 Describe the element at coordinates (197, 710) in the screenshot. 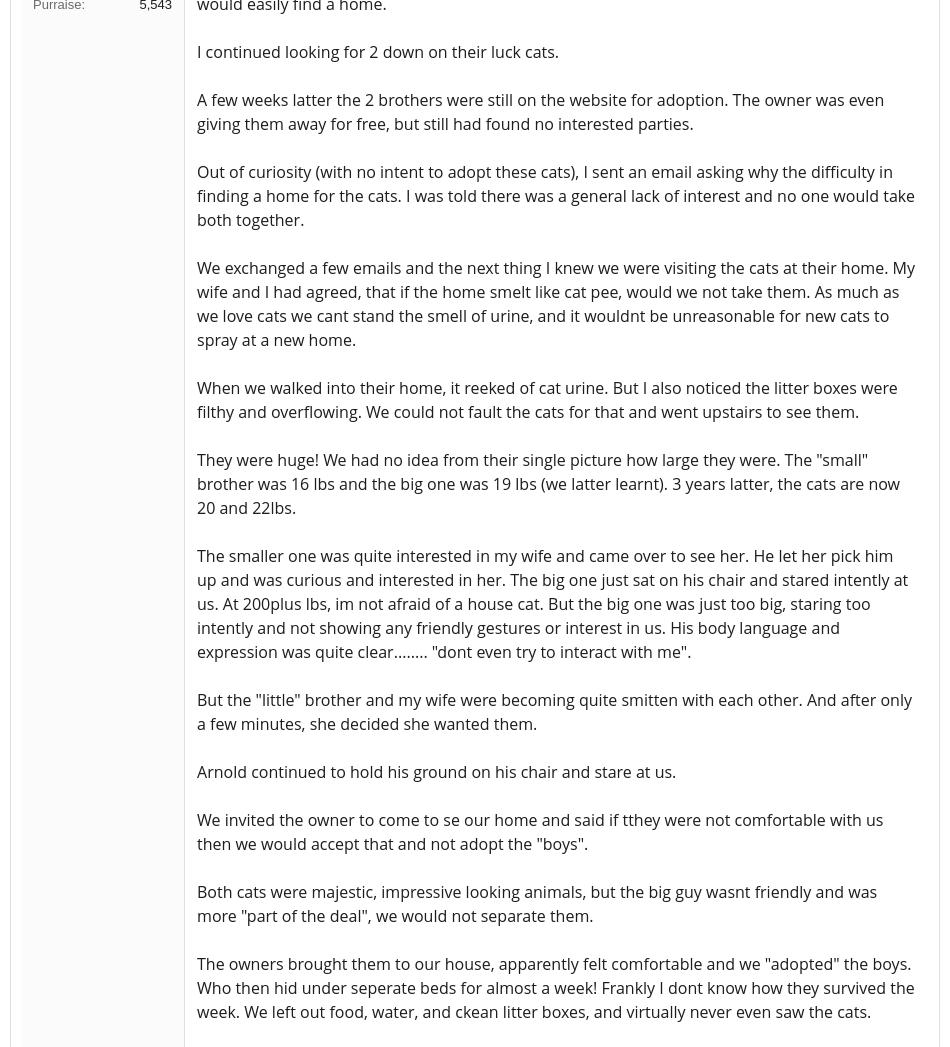

I see `'But the "little" brother and my wife were becoming quite smitten with each other. And after only a few minutes, she decided she wanted them.'` at that location.